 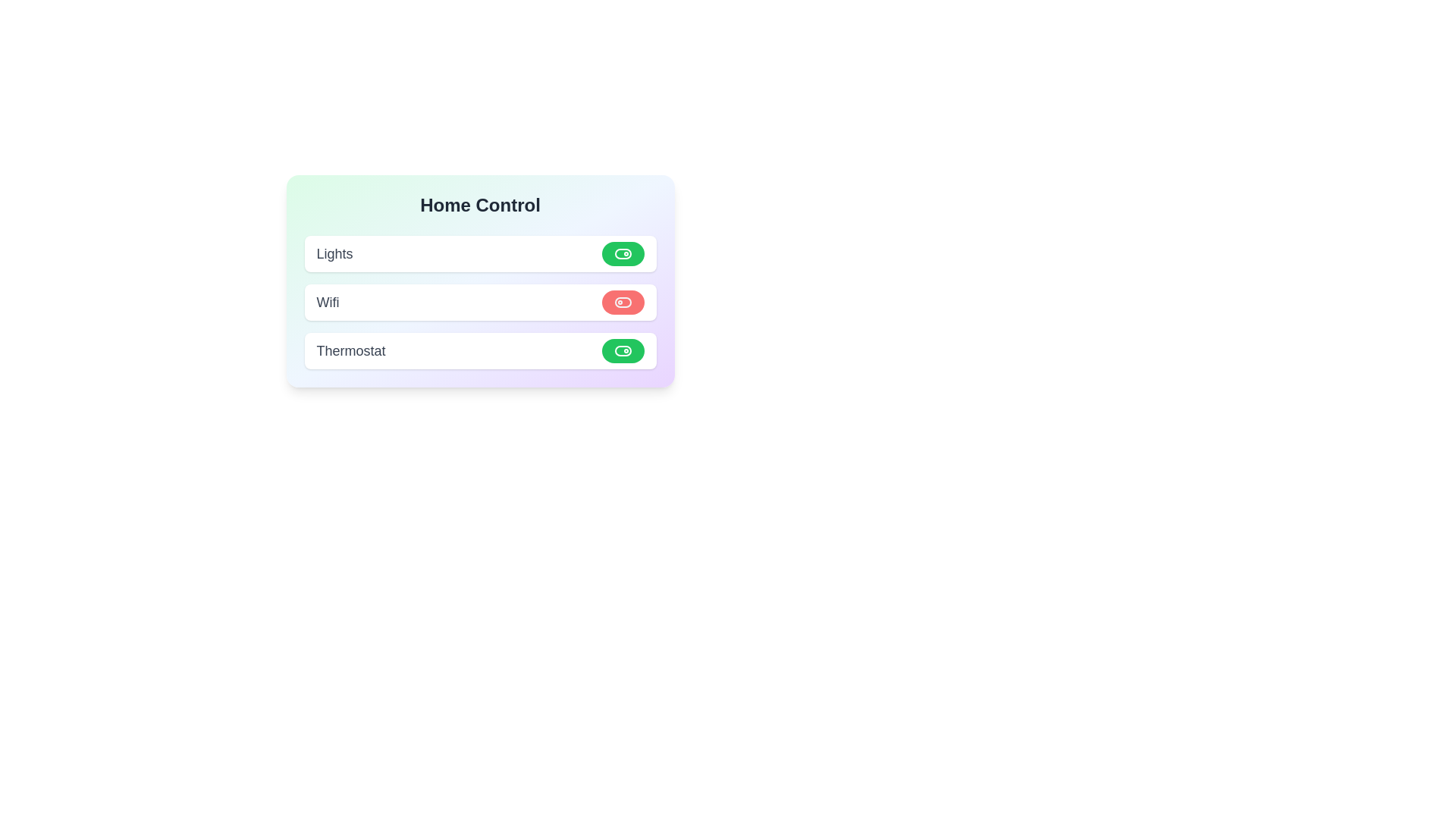 I want to click on the toggle button located at the right end of the 'Wifi' row, so click(x=623, y=302).